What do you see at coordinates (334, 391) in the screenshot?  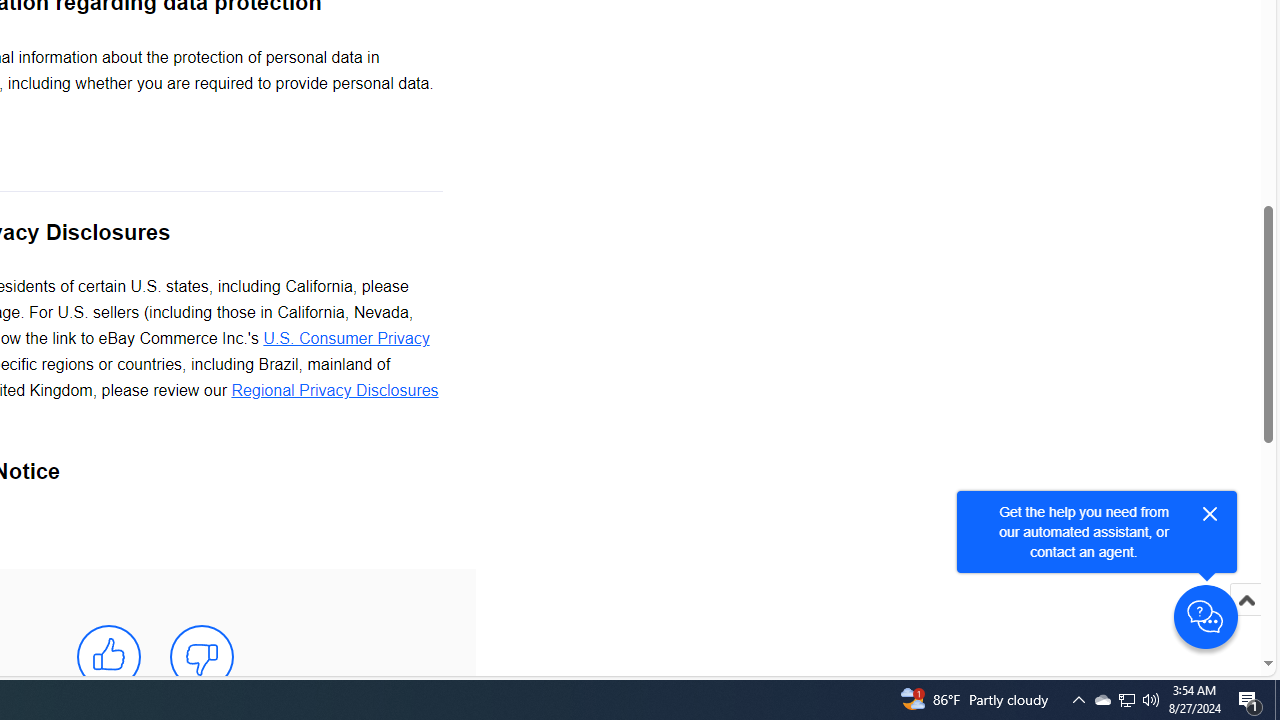 I see `'Regional Privacy Disclosures - opens in new window or tab'` at bounding box center [334, 391].